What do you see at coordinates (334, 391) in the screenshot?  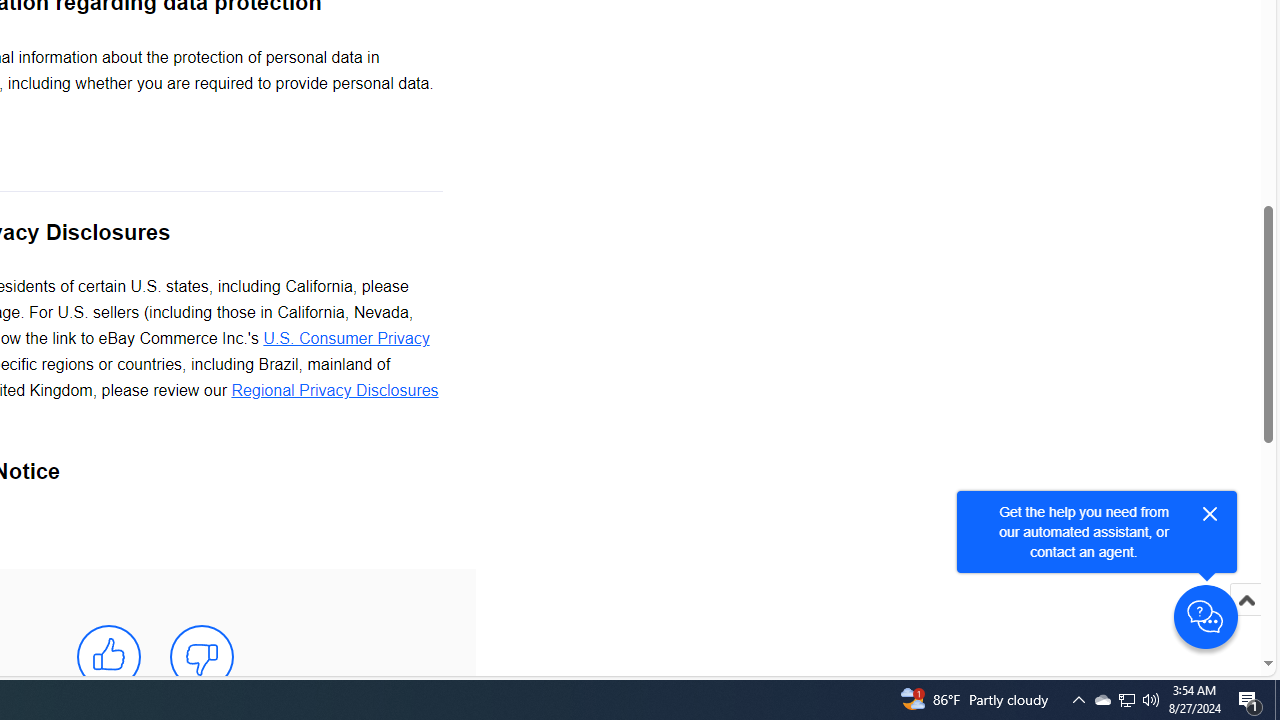 I see `'Regional Privacy Disclosures - opens in new window or tab'` at bounding box center [334, 391].